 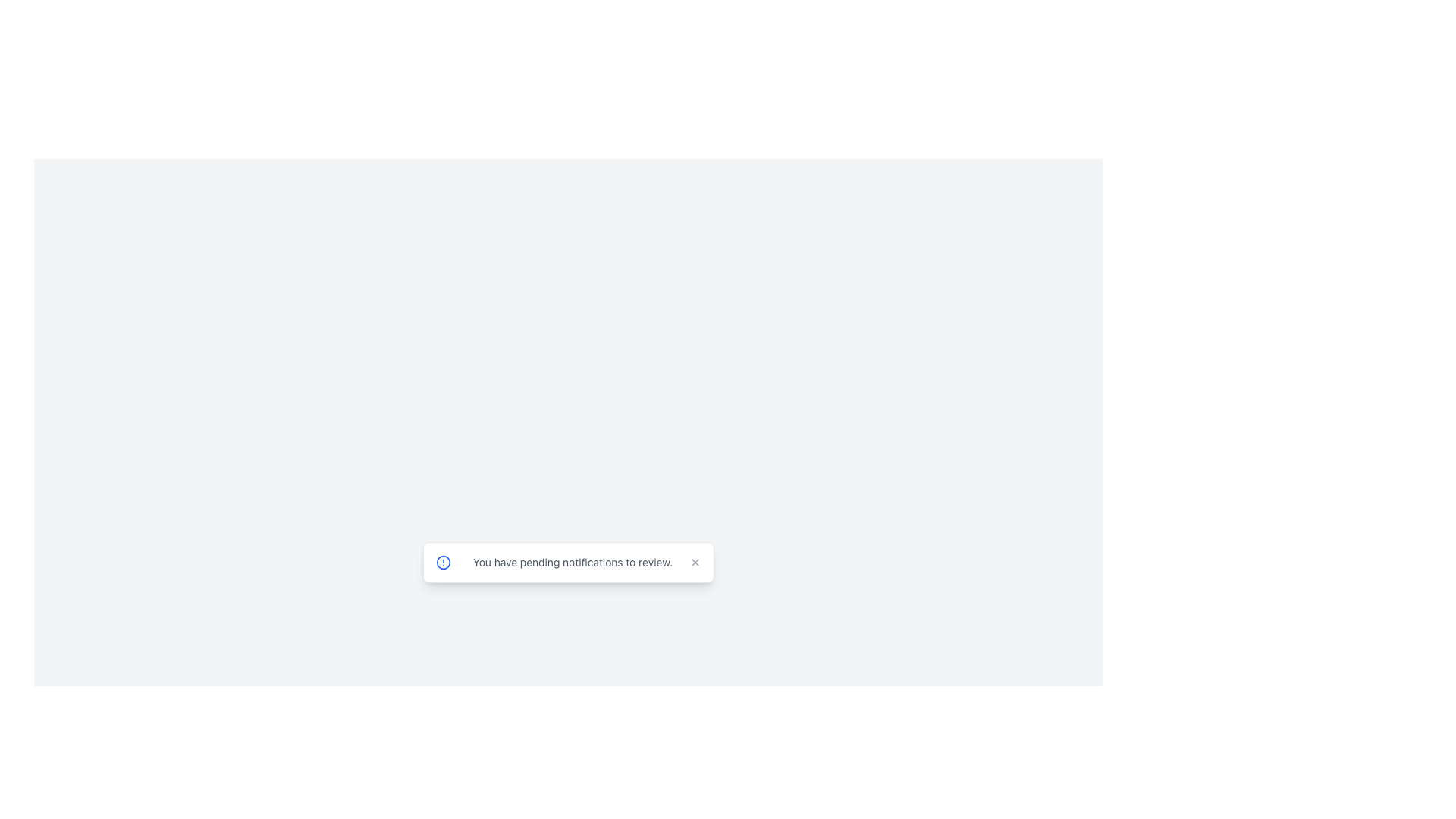 What do you see at coordinates (442, 562) in the screenshot?
I see `the blue stroked circular SVG icon located at the beginning of the notification popup, positioned to the left of the text 'You have pending notifications to review.'` at bounding box center [442, 562].